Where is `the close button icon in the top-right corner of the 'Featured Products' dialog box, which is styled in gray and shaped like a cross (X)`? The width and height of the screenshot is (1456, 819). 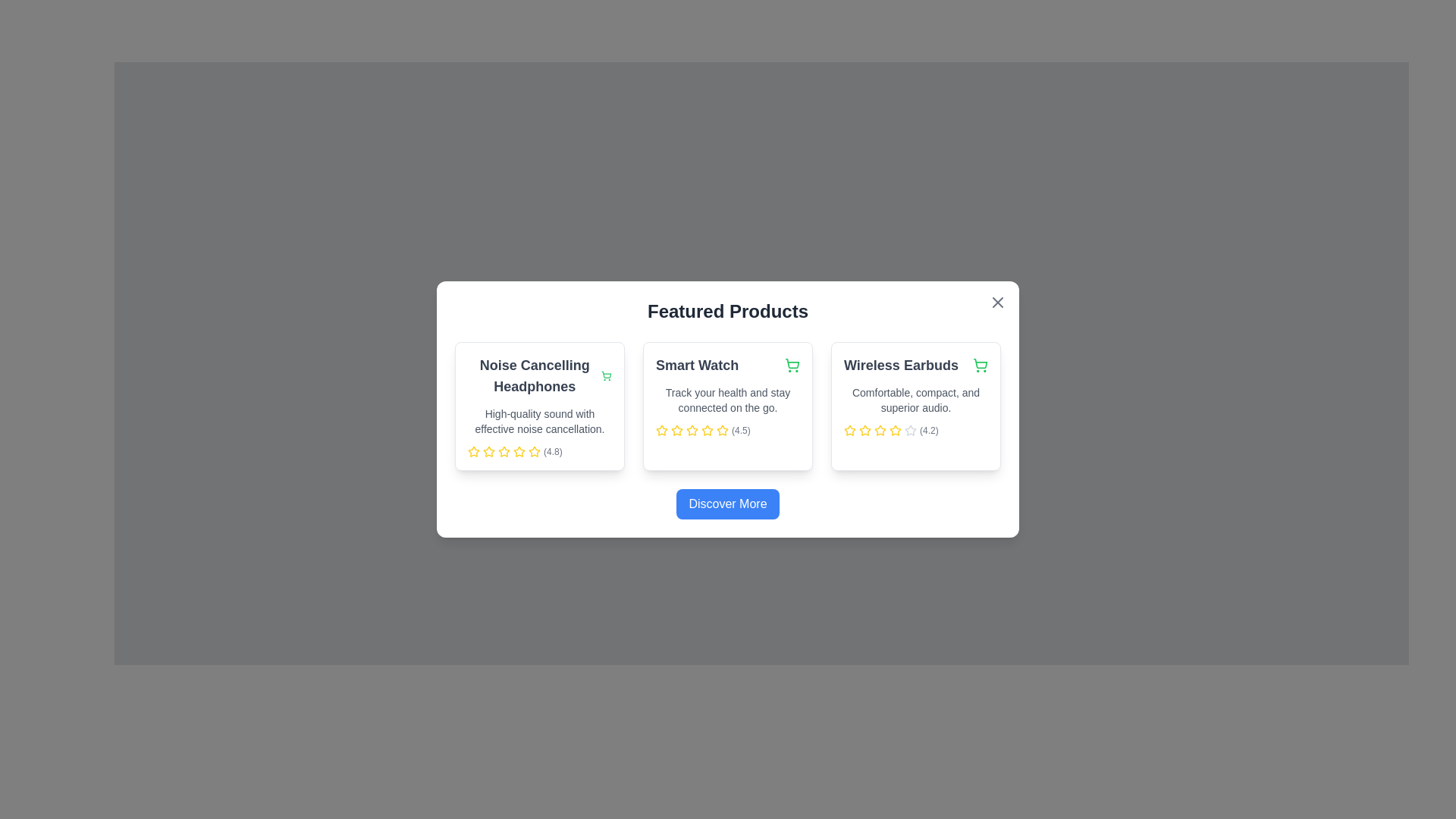
the close button icon in the top-right corner of the 'Featured Products' dialog box, which is styled in gray and shaped like a cross (X) is located at coordinates (997, 302).